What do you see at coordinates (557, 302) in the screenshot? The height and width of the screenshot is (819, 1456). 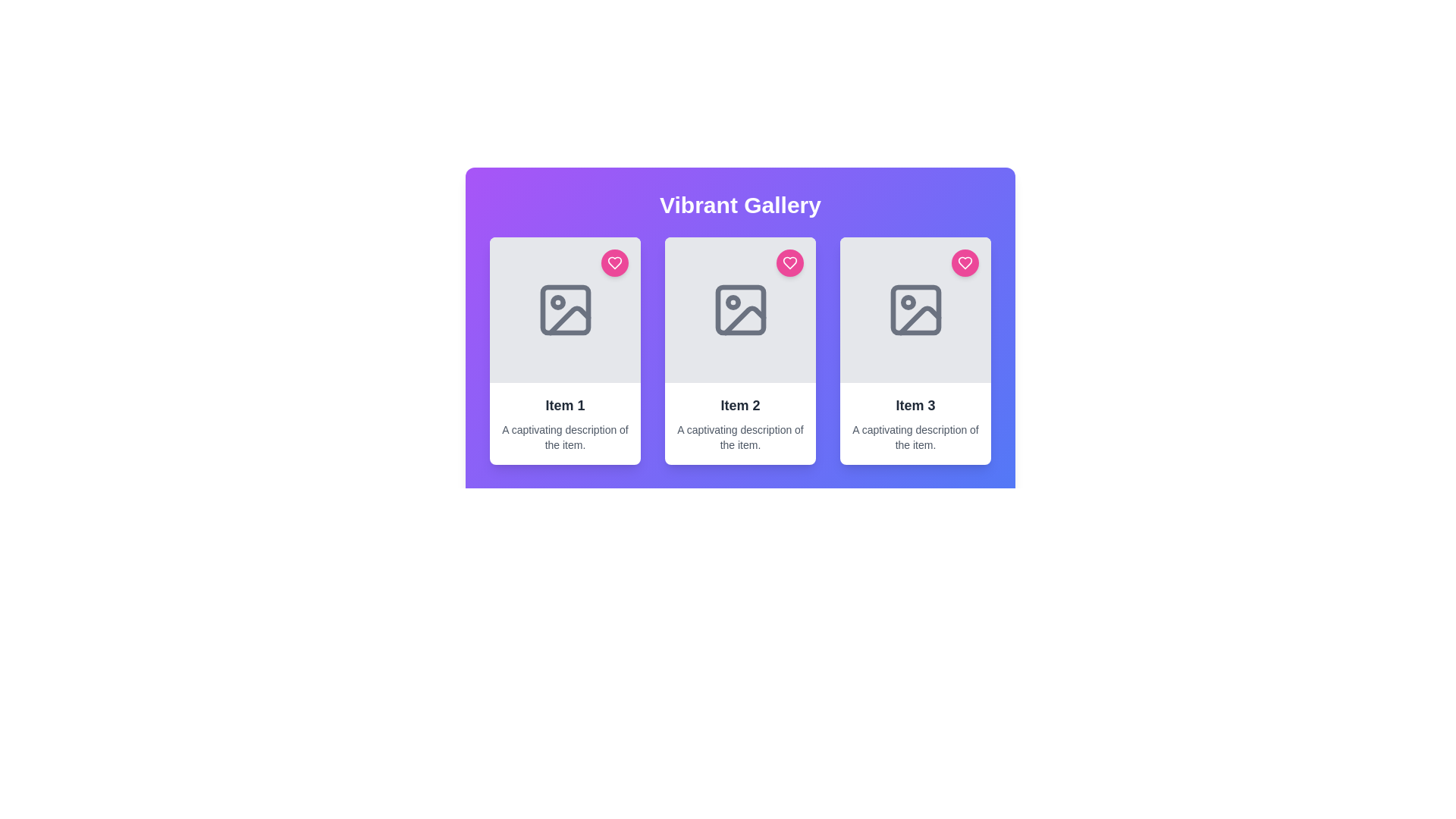 I see `the decorative visual marker or icon located in the upper-left corner of the image within the first item card ('Item 1') in the gallery` at bounding box center [557, 302].